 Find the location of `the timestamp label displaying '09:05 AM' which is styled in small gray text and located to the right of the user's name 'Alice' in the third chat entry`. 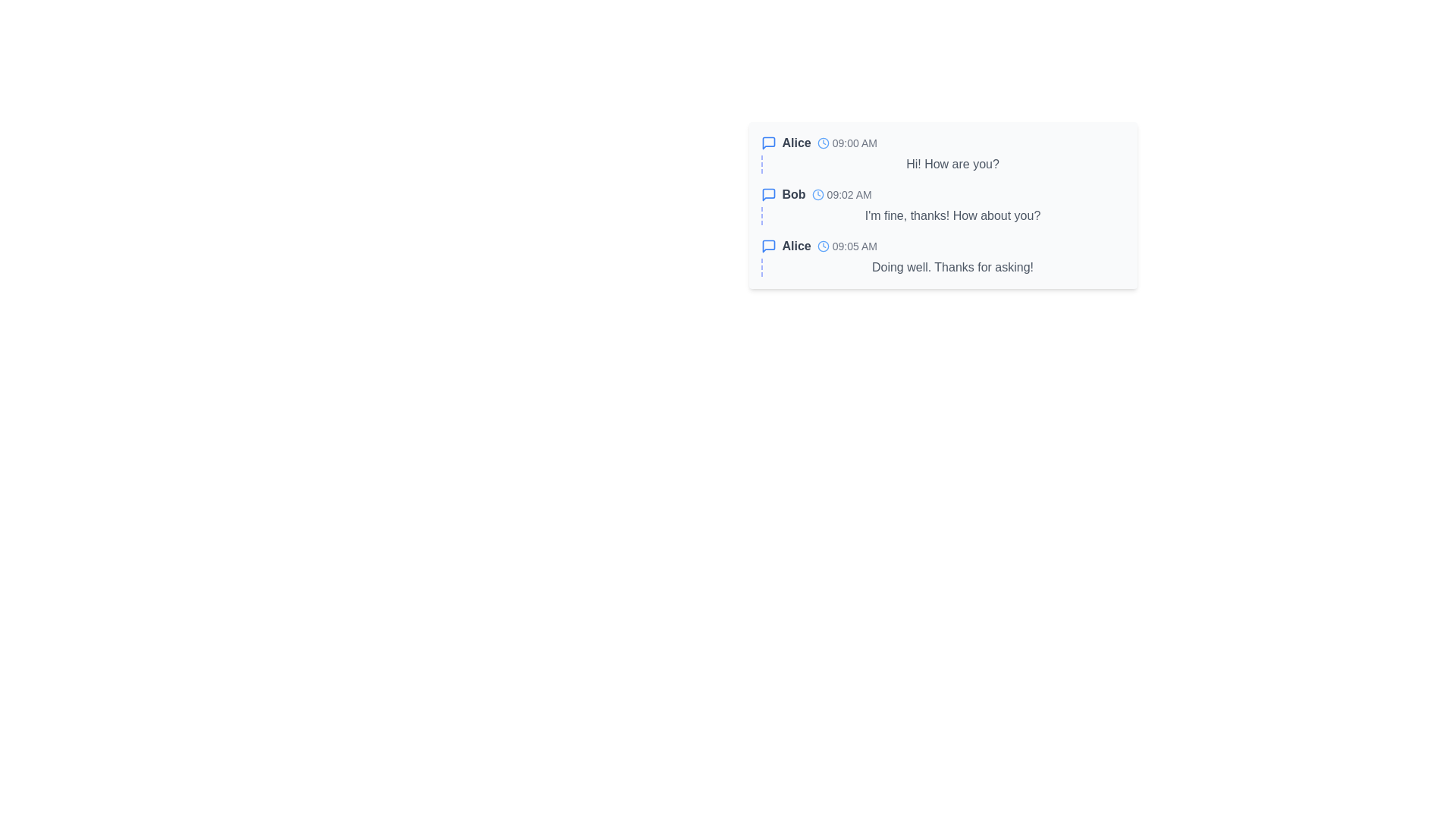

the timestamp label displaying '09:05 AM' which is styled in small gray text and located to the right of the user's name 'Alice' in the third chat entry is located at coordinates (846, 245).